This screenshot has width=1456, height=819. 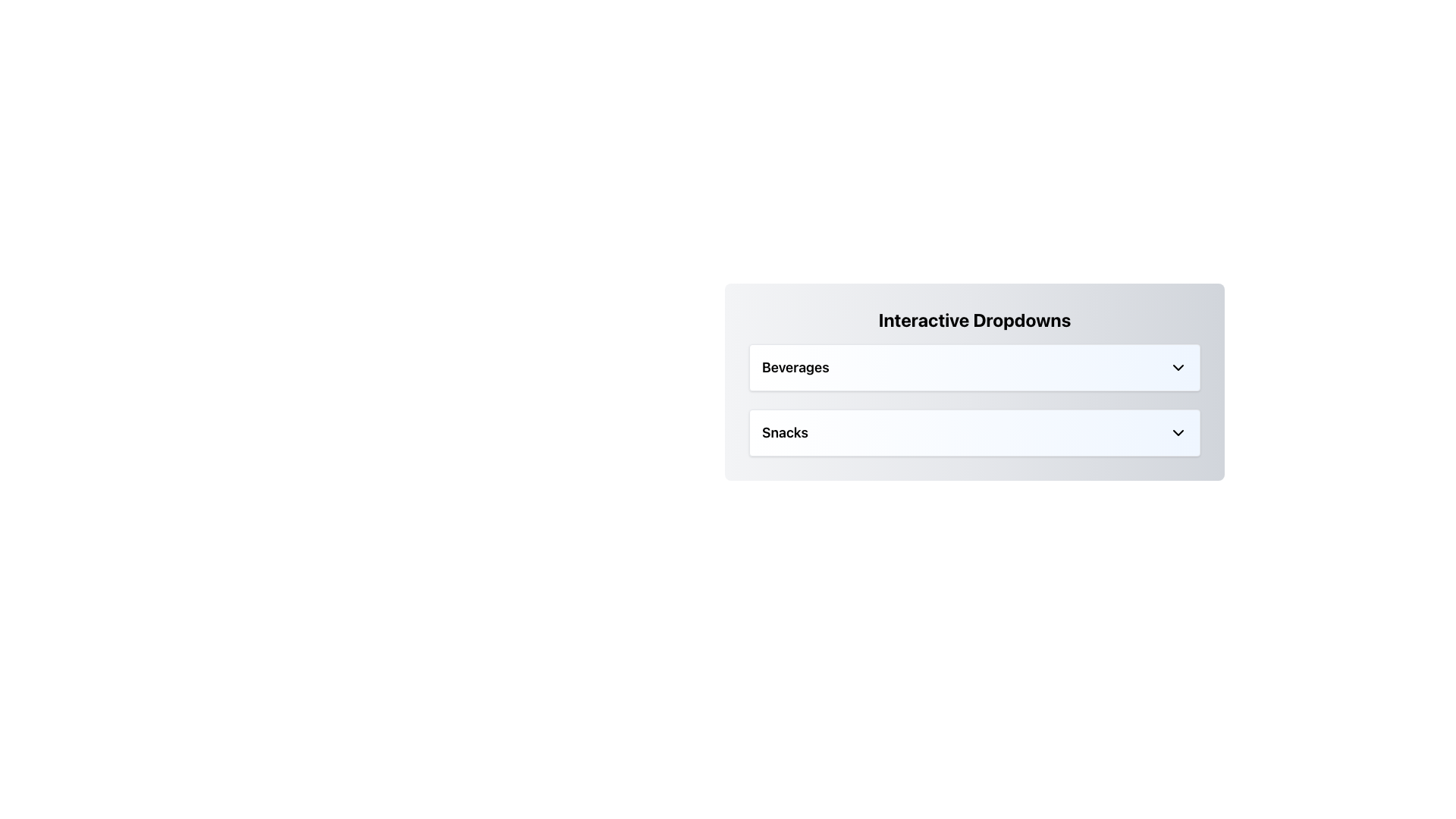 What do you see at coordinates (1178, 432) in the screenshot?
I see `the downward-pointing chevron icon located on the right side of the 'Snacks' row` at bounding box center [1178, 432].